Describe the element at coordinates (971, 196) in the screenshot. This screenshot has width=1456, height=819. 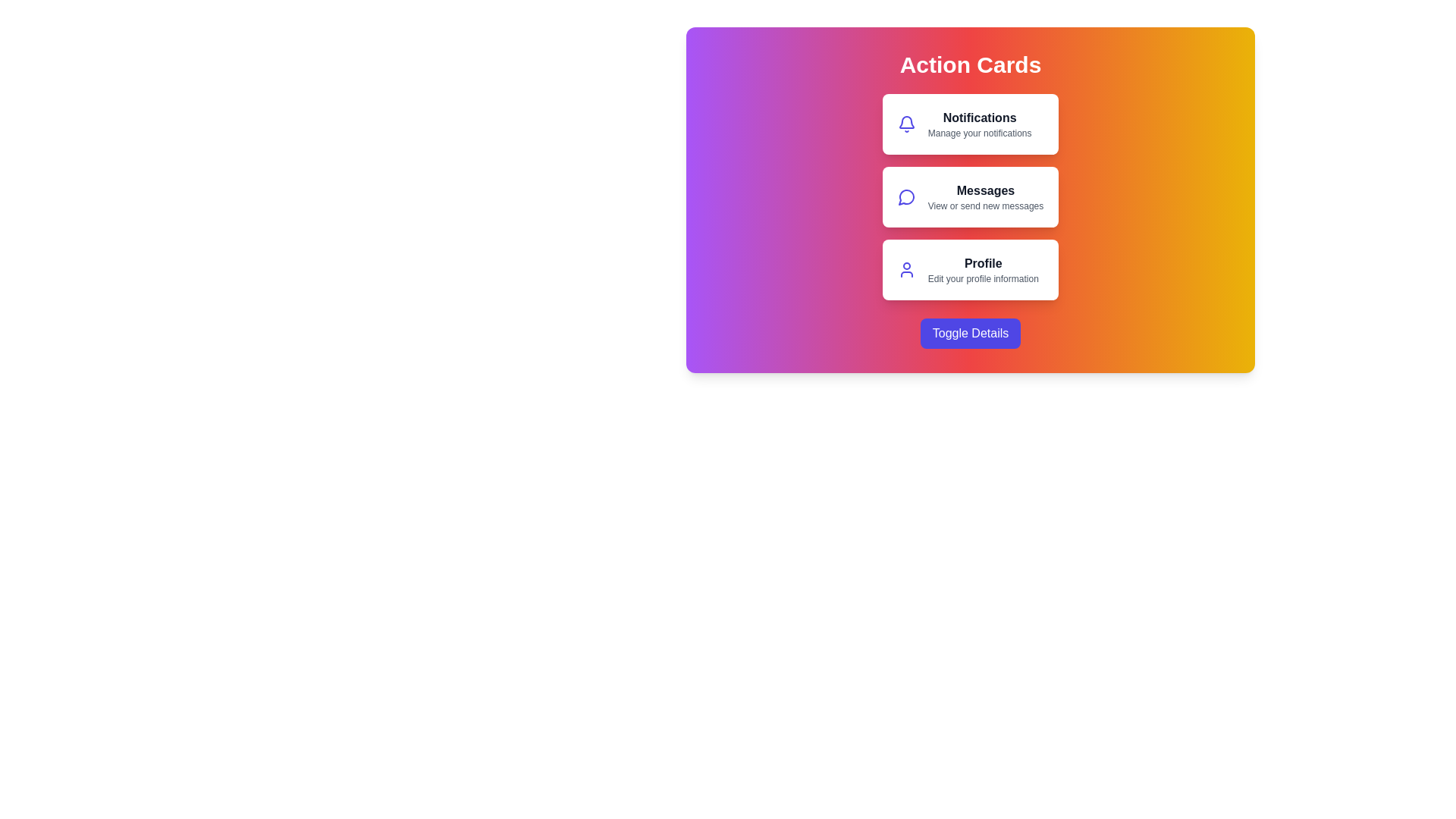
I see `on the second clickable card in the vertical stack that navigates` at that location.